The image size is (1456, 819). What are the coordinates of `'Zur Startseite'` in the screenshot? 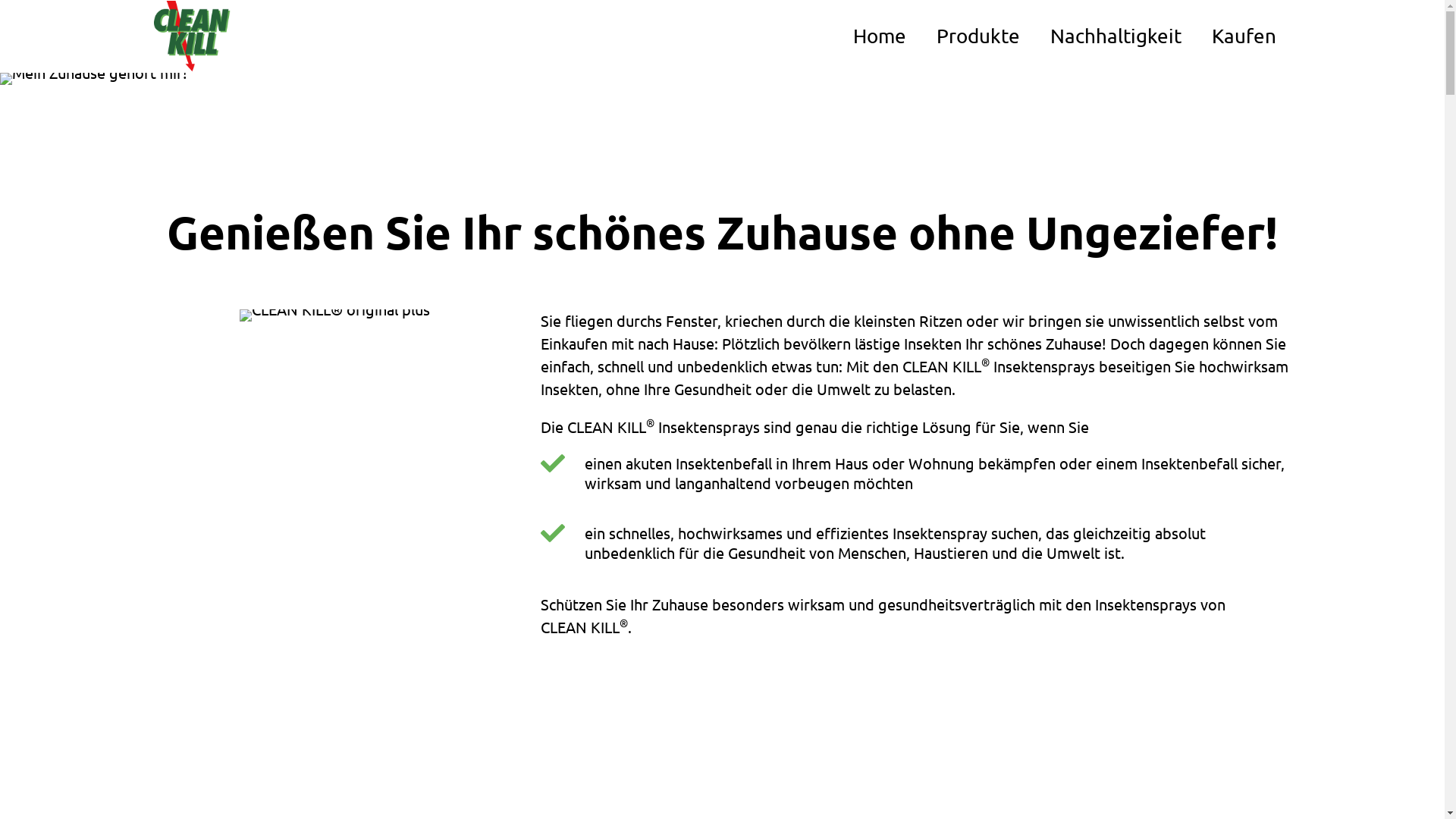 It's located at (190, 35).